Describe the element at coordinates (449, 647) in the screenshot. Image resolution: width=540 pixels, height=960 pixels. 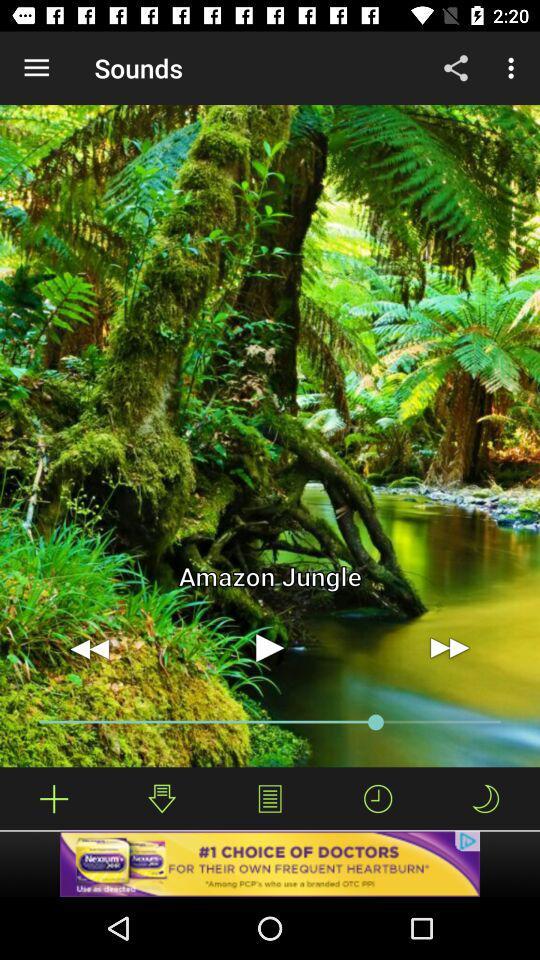
I see `forward option` at that location.